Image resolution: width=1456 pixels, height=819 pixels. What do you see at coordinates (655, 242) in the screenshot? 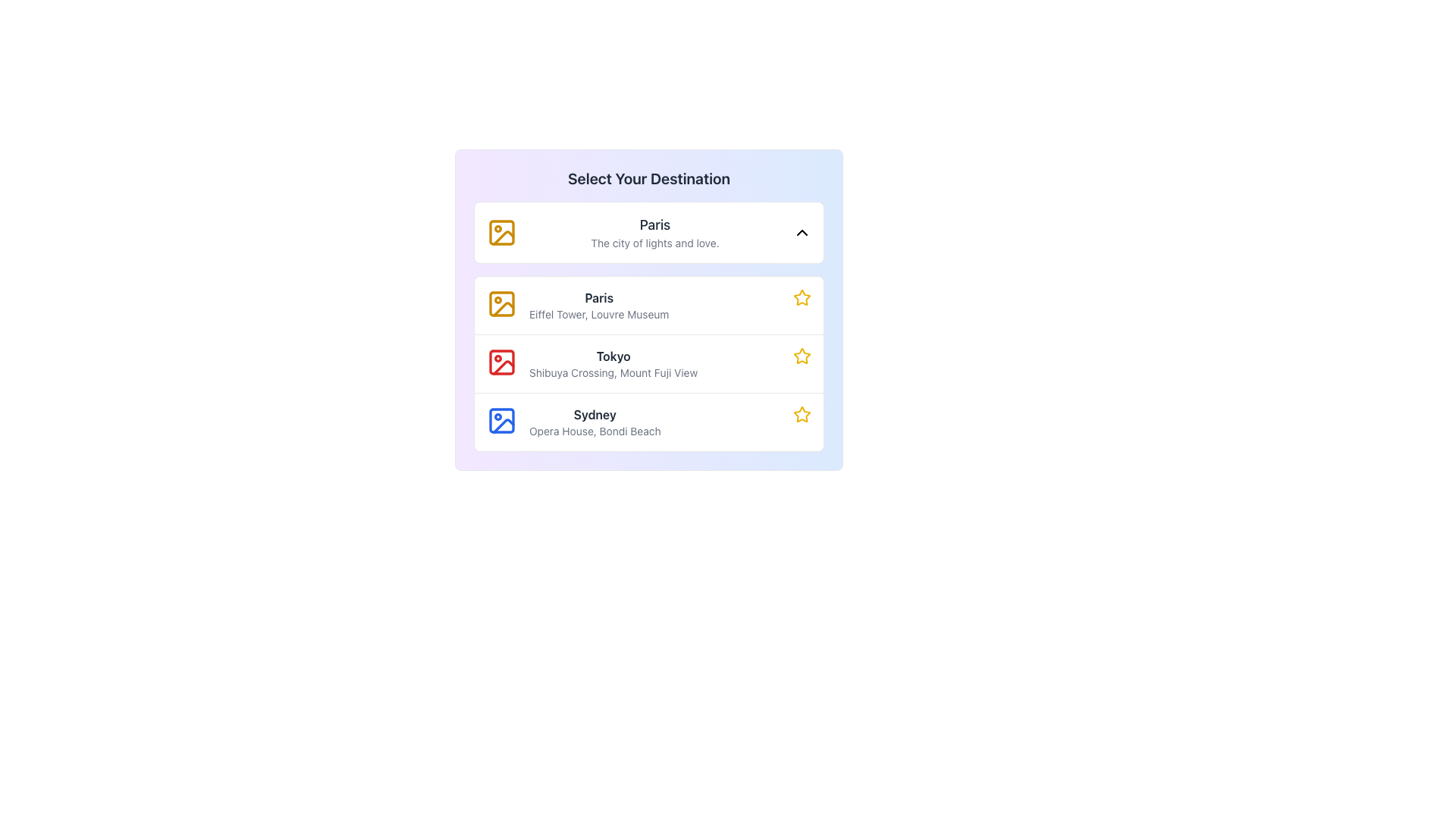
I see `descriptive subtitle text labeled 'The city of lights and love.' positioned beneath the title 'Paris'` at bounding box center [655, 242].